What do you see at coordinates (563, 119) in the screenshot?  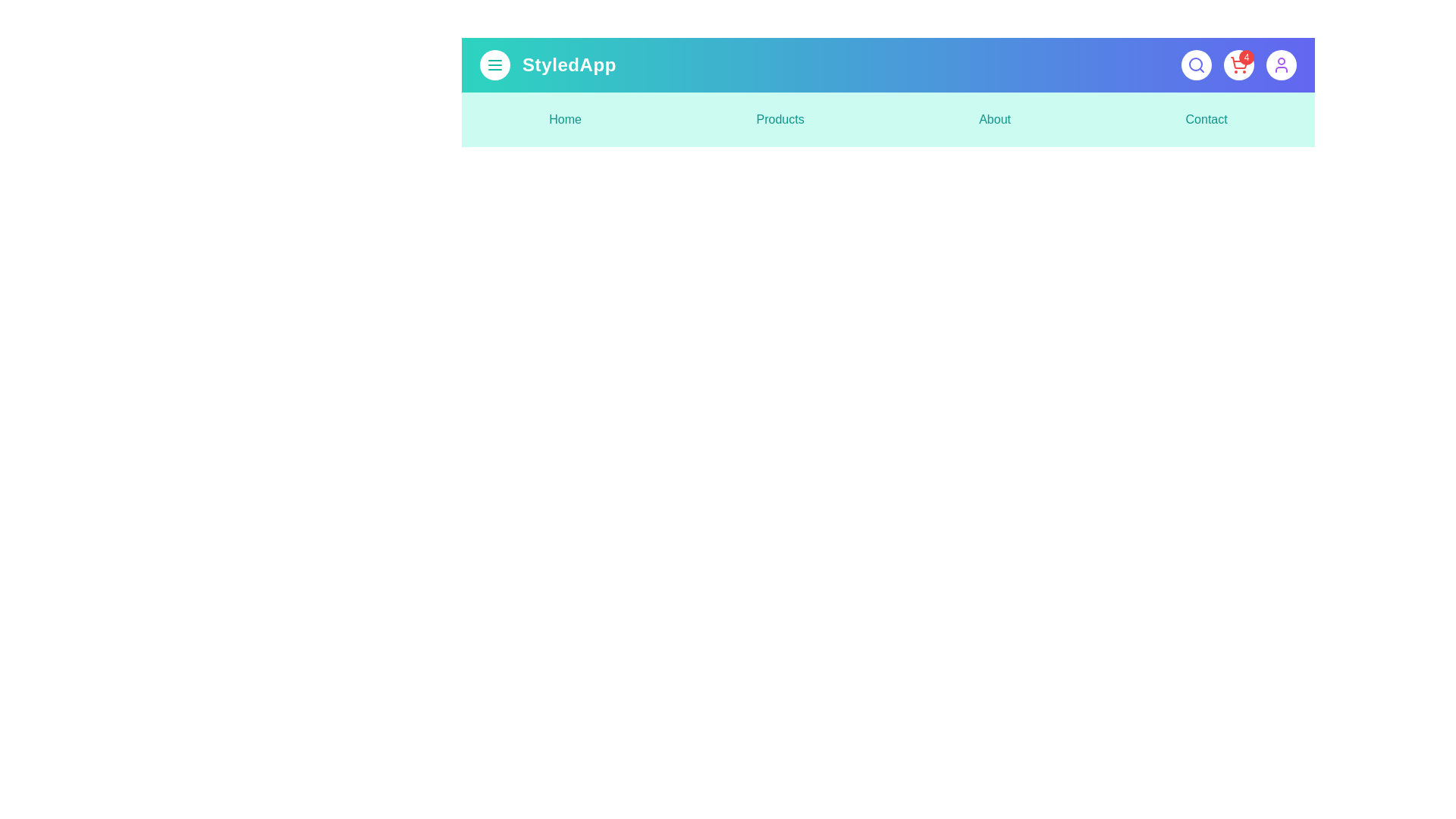 I see `the menu item labeled Home to navigate to the corresponding section` at bounding box center [563, 119].